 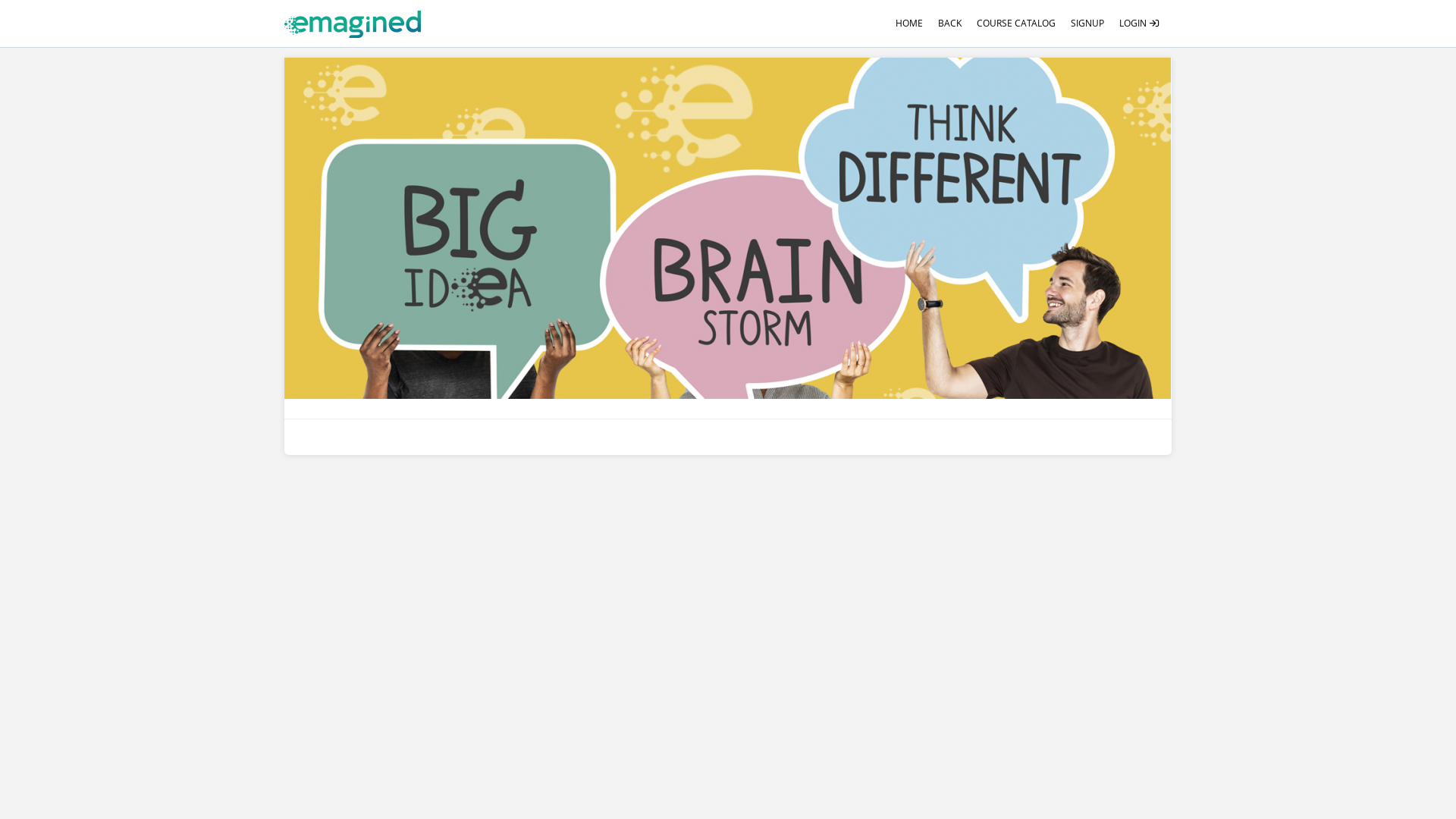 What do you see at coordinates (1015, 23) in the screenshot?
I see `'COURSE CATALOG'` at bounding box center [1015, 23].